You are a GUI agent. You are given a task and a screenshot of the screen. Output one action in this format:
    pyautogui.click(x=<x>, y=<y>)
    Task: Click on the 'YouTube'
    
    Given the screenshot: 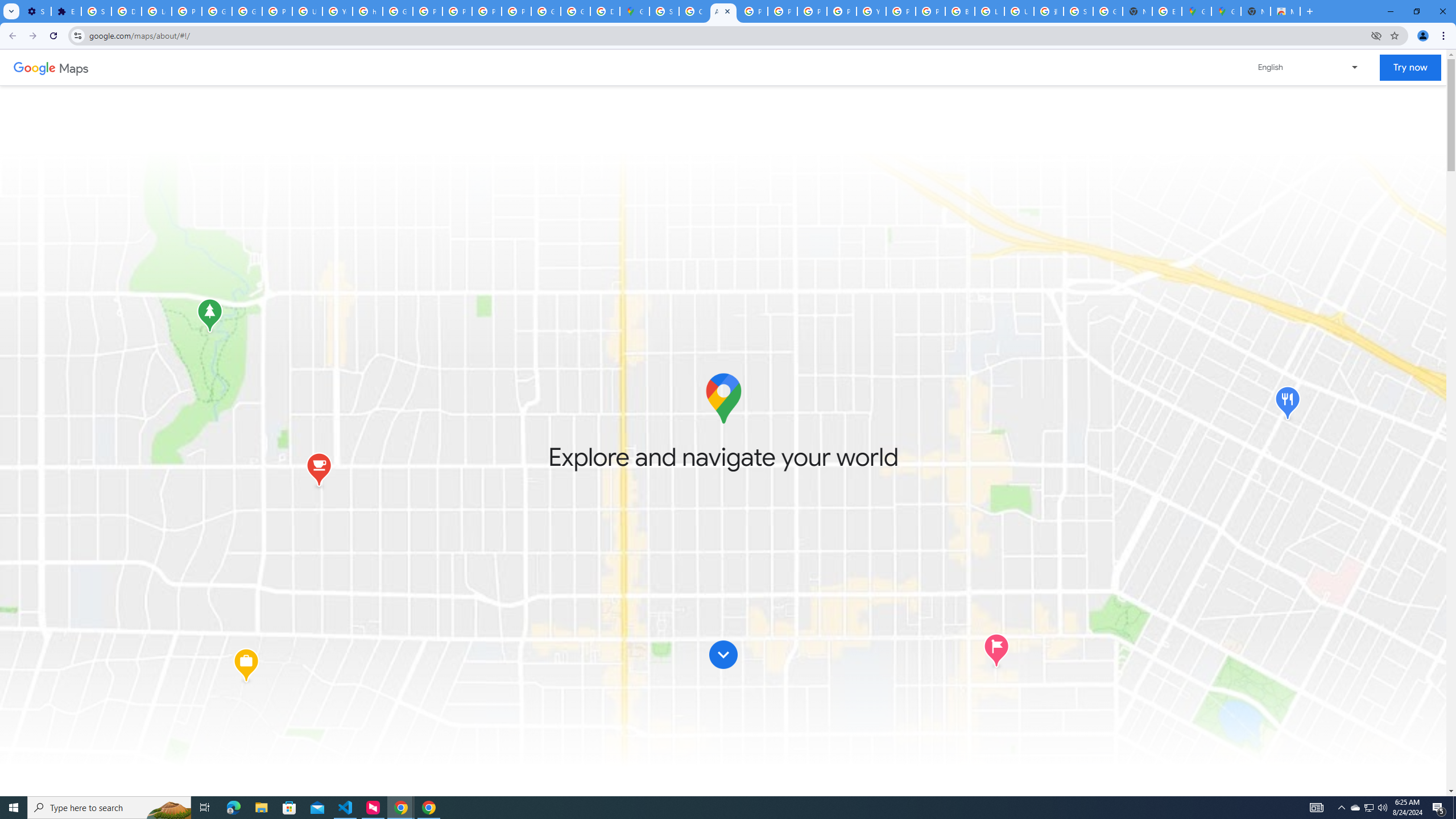 What is the action you would take?
    pyautogui.click(x=337, y=11)
    